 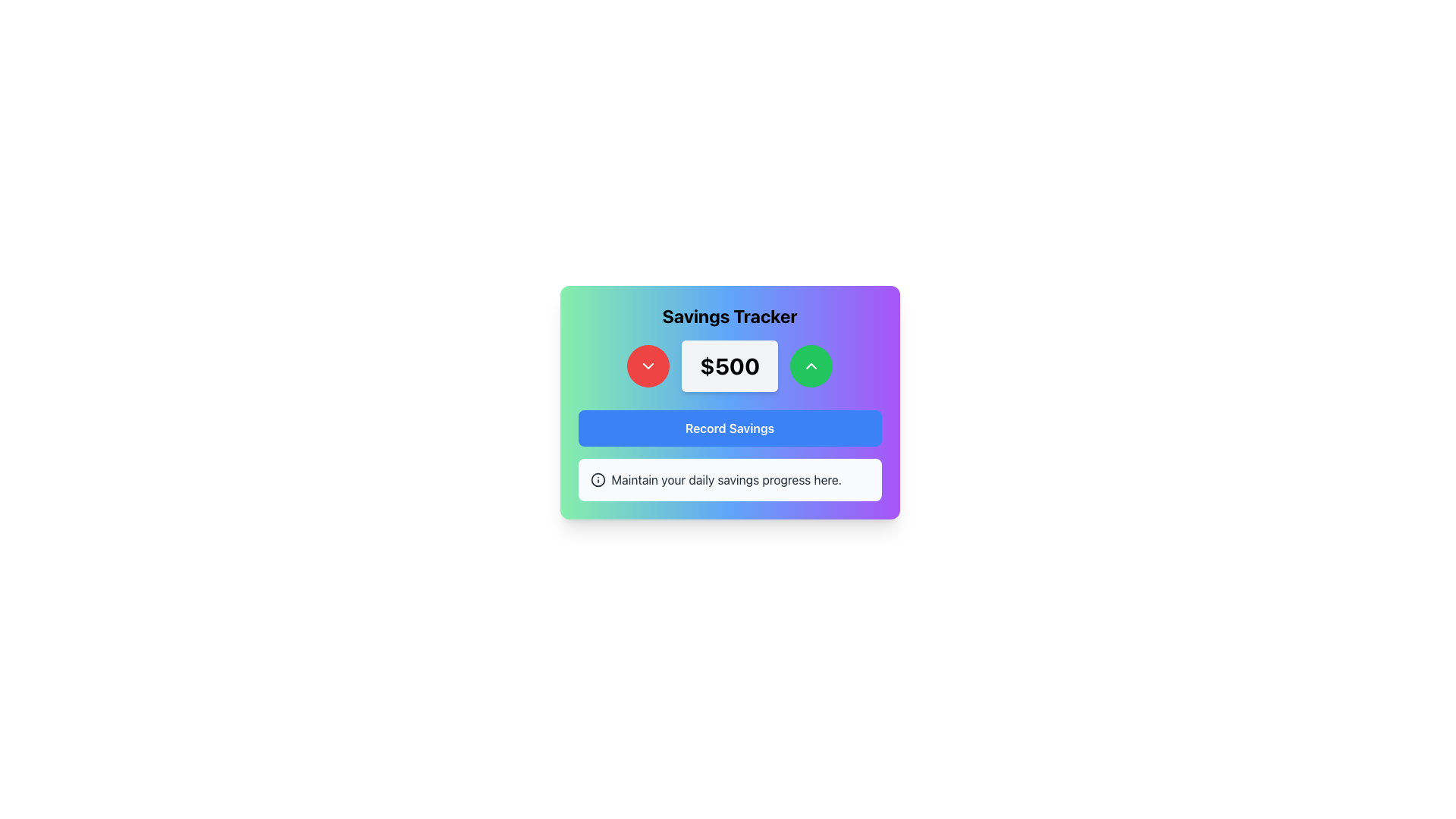 I want to click on the 'Record Savings' button located below the '$500' text and above the description 'Maintain your daily savings progress here.', so click(x=730, y=428).